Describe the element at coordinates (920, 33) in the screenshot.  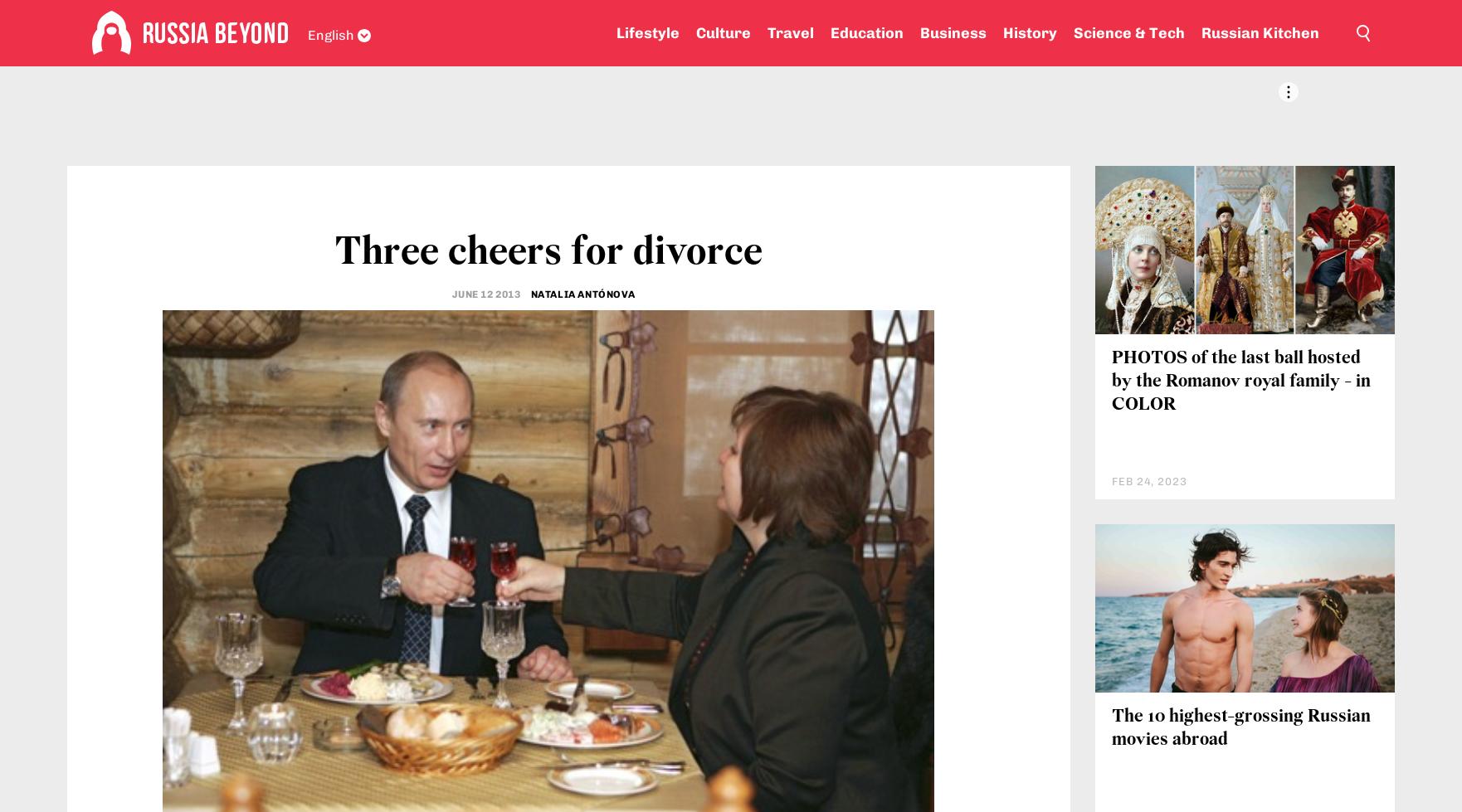
I see `'Business'` at that location.